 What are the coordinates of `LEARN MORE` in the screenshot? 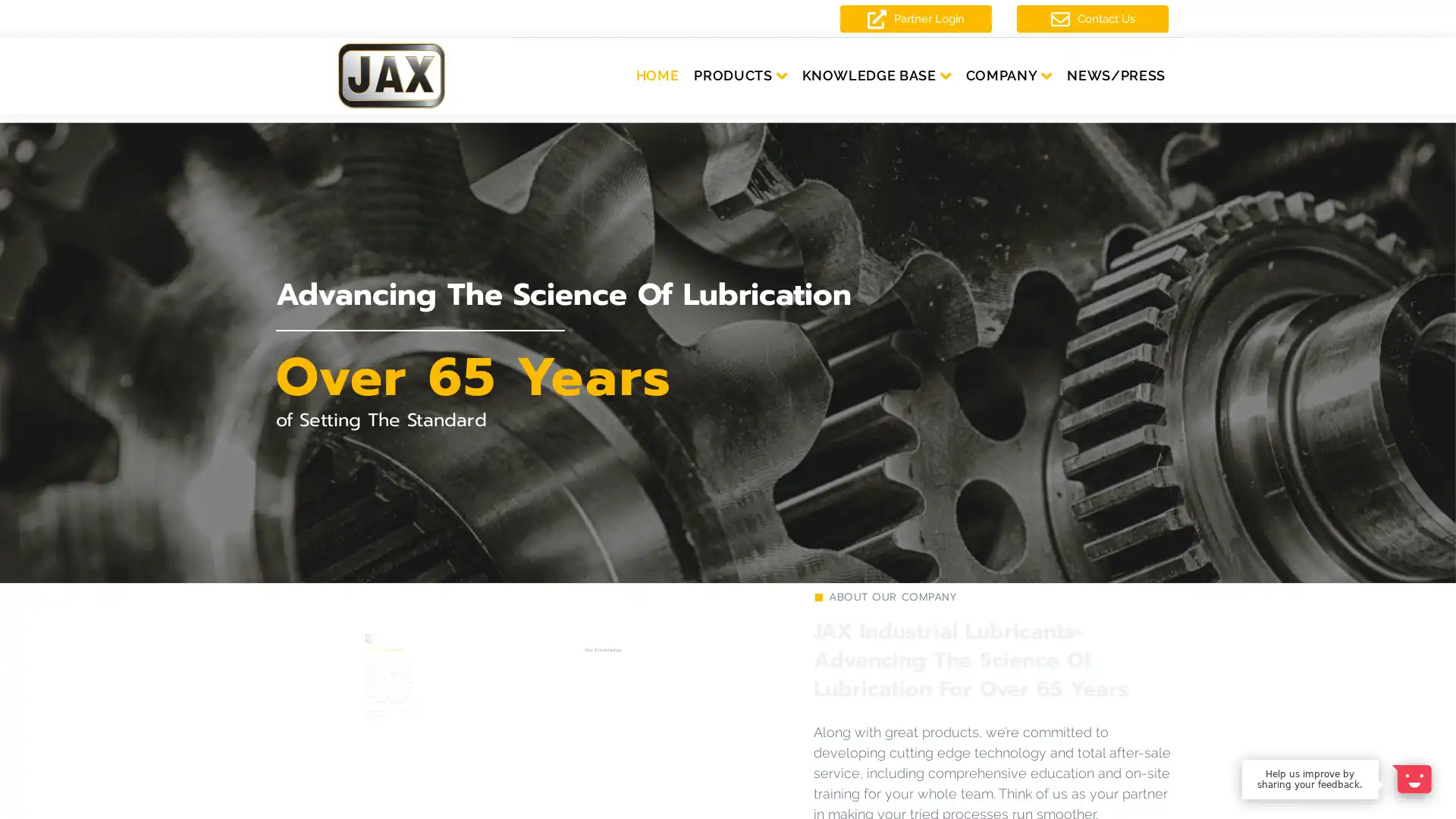 It's located at (575, 717).